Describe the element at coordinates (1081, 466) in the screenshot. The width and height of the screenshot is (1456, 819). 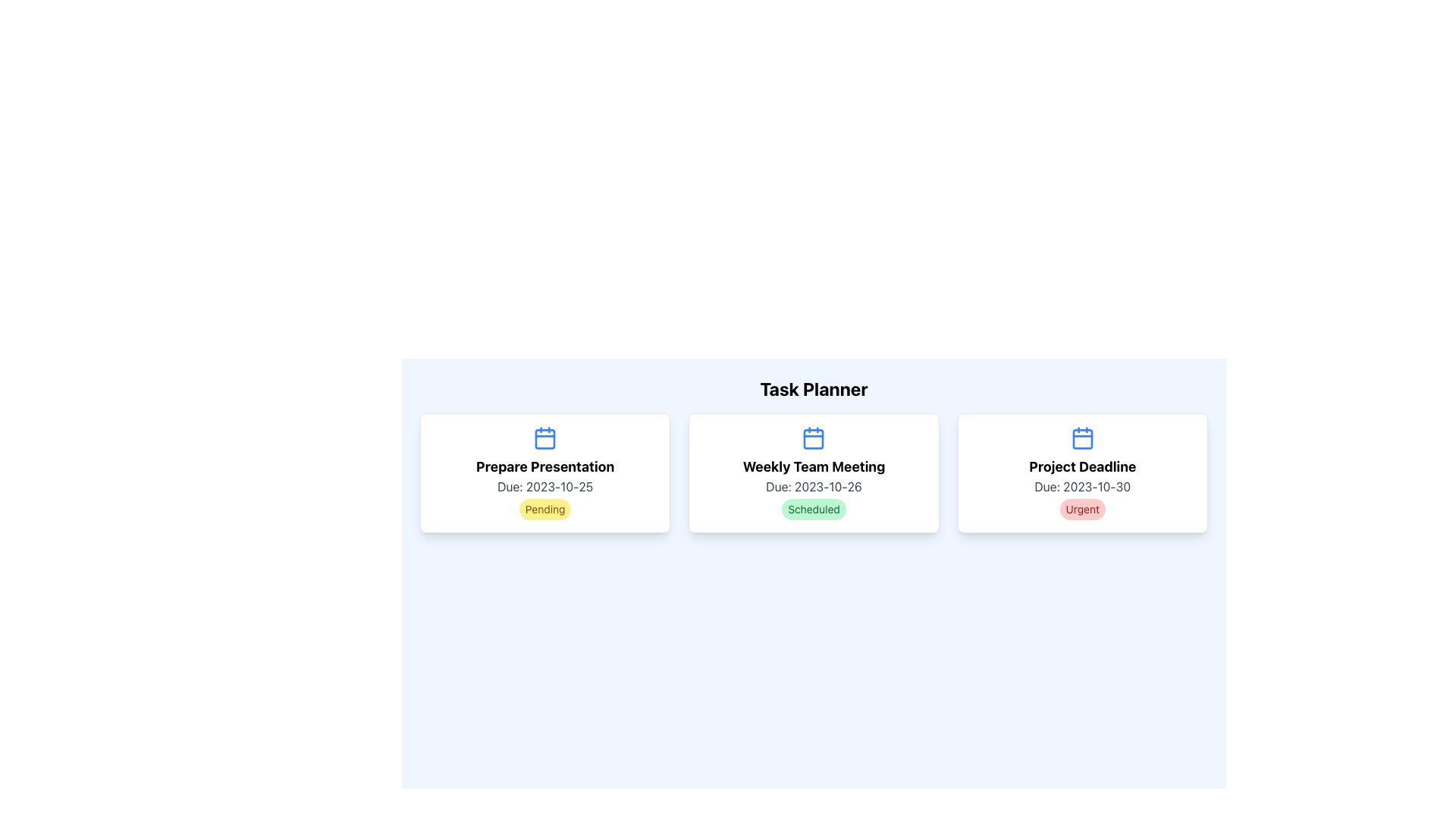
I see `the text label that serves as the title for the project deadline within the third card of the Task Planner section` at that location.